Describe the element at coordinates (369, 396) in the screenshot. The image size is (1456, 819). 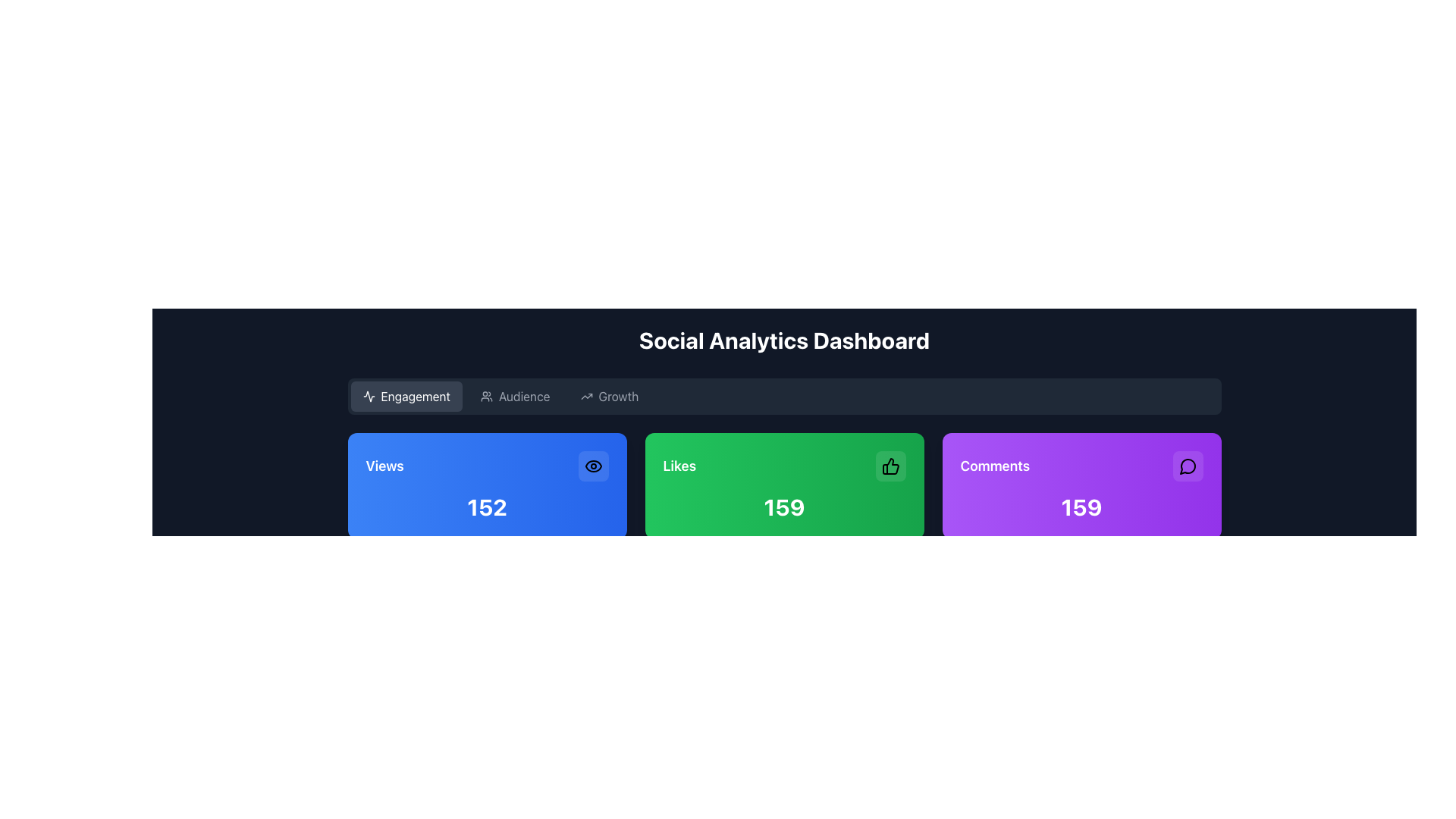
I see `the small waveform icon within the 'Engagement' button, which is located on the left side of the navigation bar` at that location.